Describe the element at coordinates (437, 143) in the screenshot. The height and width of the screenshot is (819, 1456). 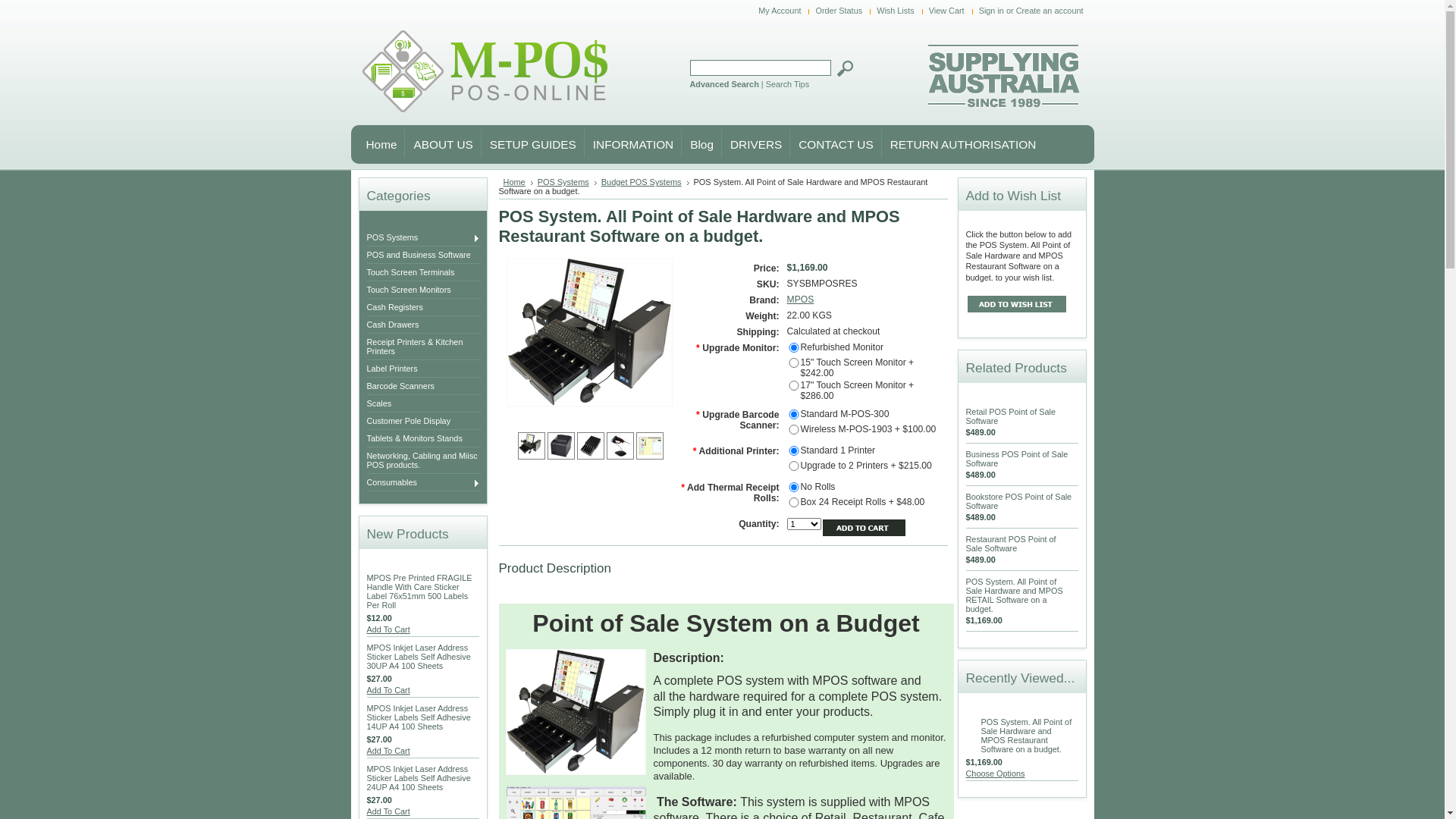
I see `'ABOUT US'` at that location.